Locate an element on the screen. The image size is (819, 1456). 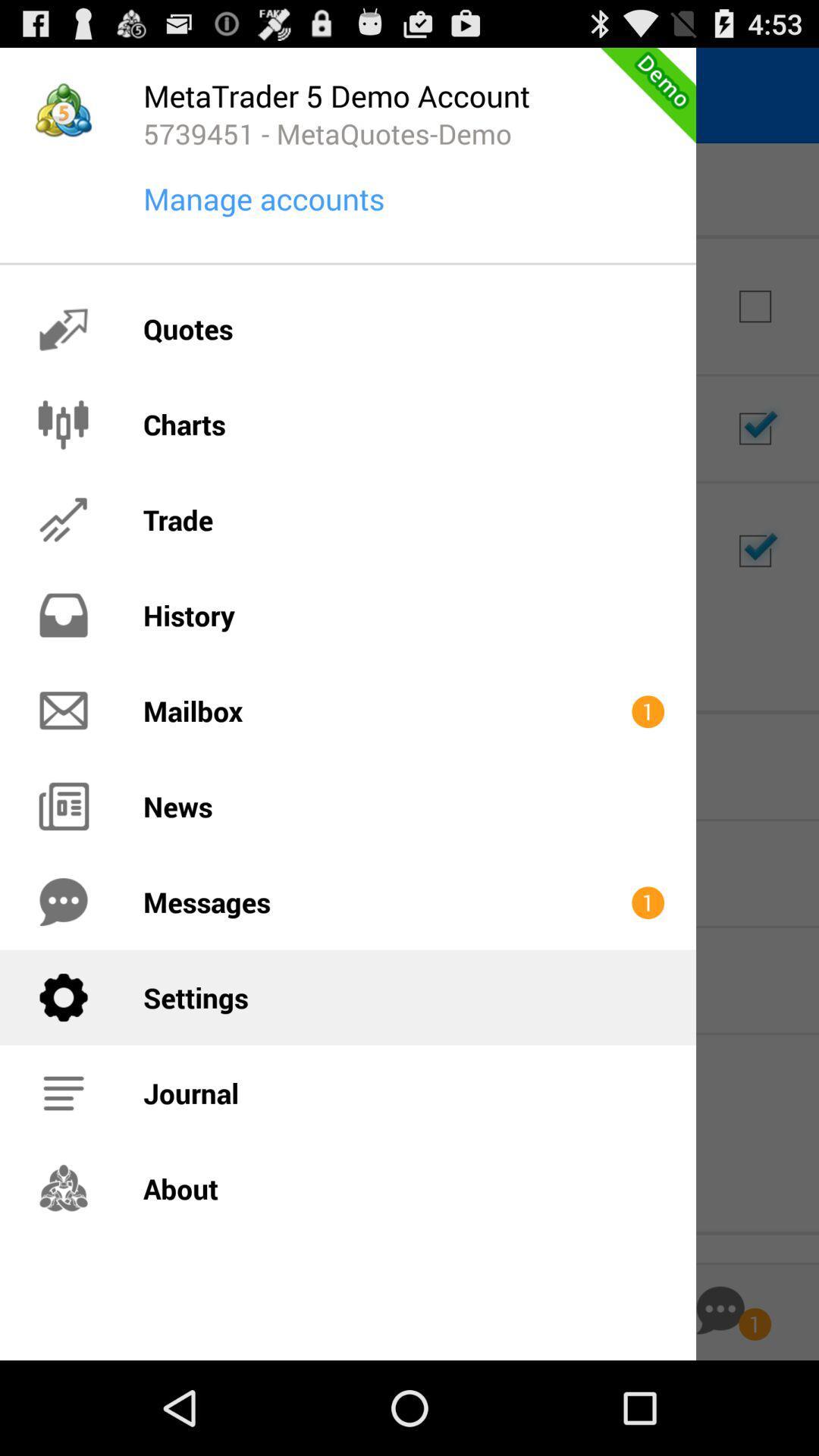
the chat icon is located at coordinates (720, 1401).